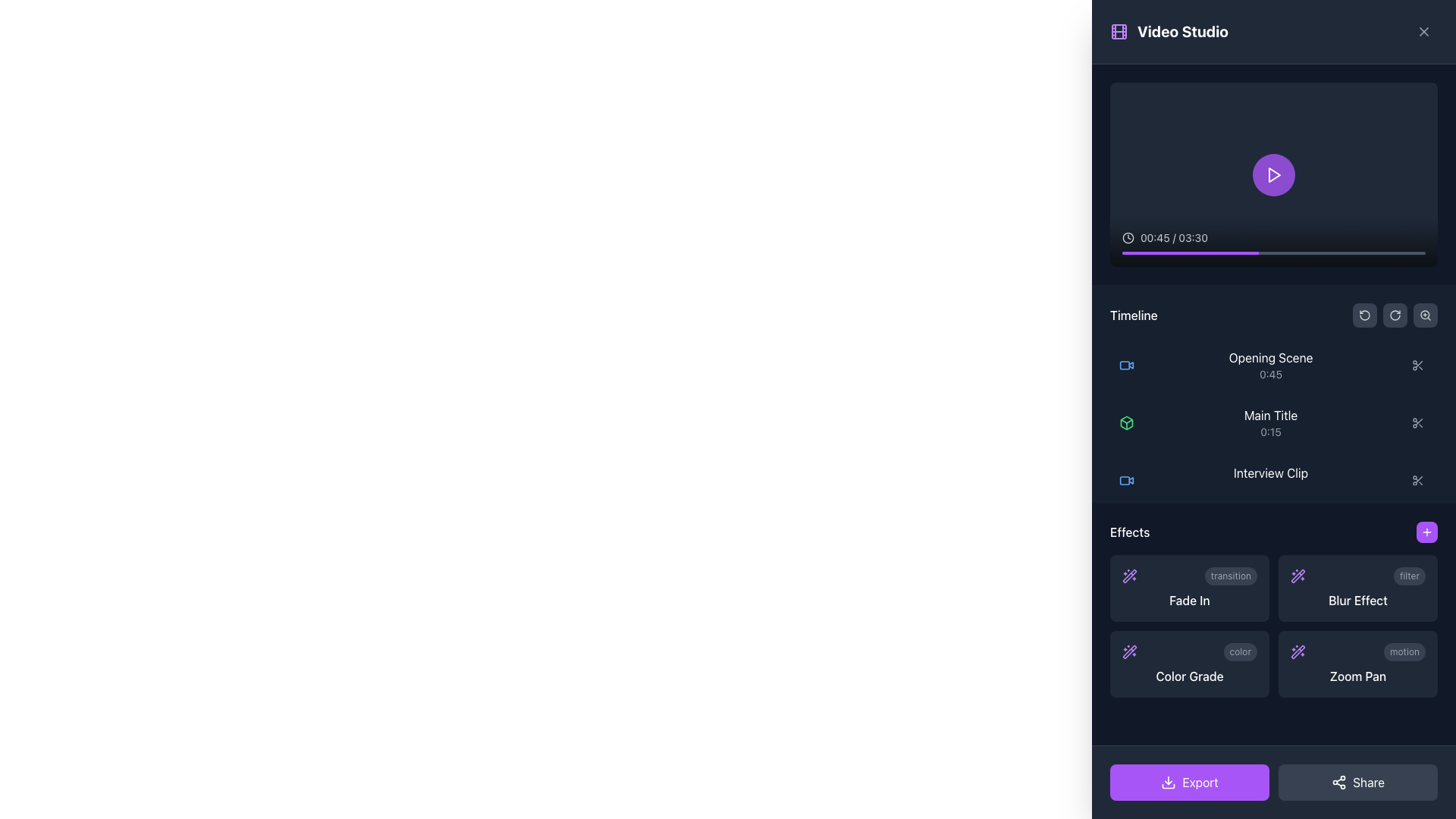 The image size is (1456, 819). Describe the element at coordinates (1357, 663) in the screenshot. I see `the motion editing effect button located` at that location.